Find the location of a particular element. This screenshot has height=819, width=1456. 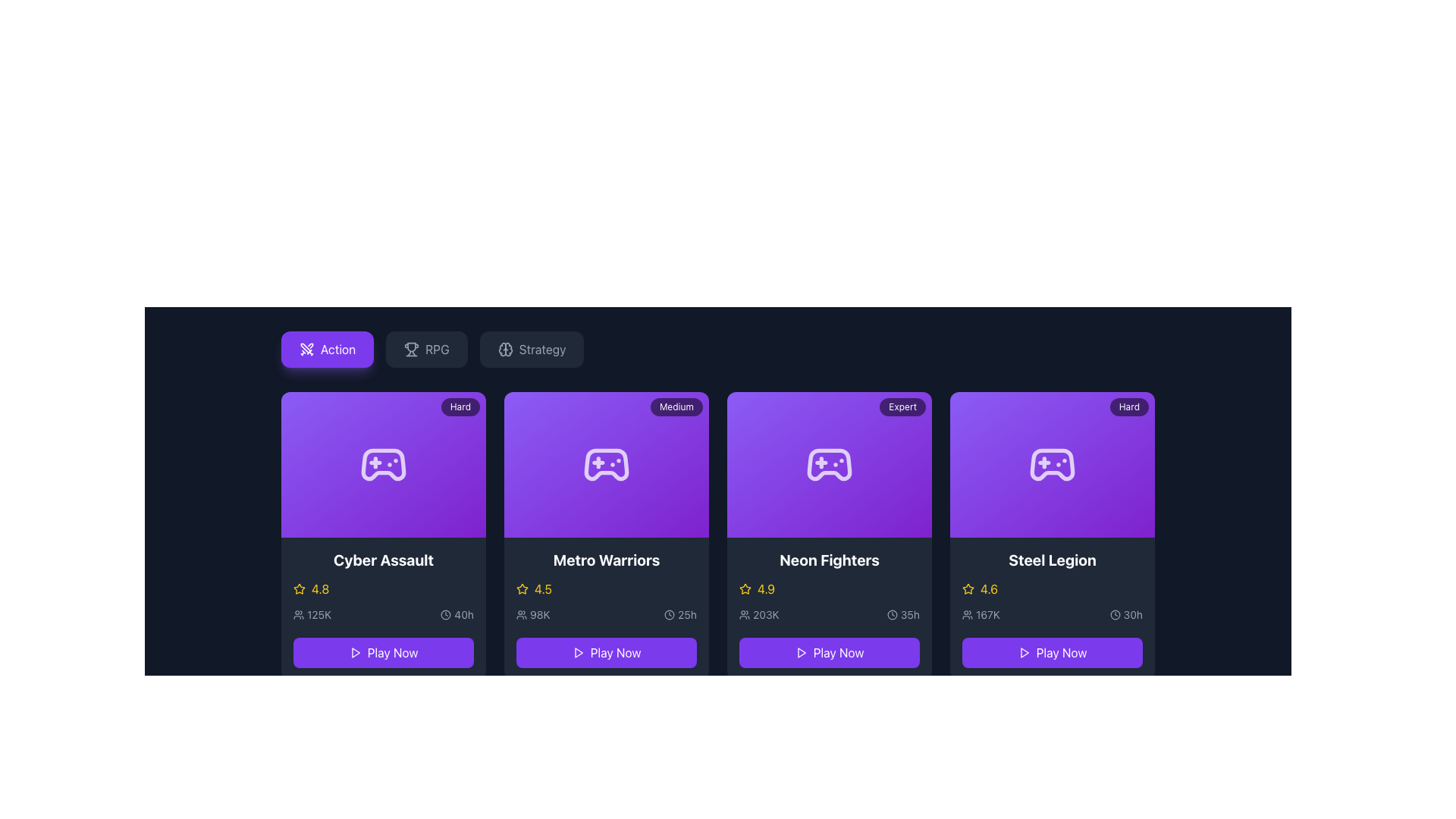

the text '98K' associated with the group icon in the 'Metro Warriors' section for reading is located at coordinates (533, 614).